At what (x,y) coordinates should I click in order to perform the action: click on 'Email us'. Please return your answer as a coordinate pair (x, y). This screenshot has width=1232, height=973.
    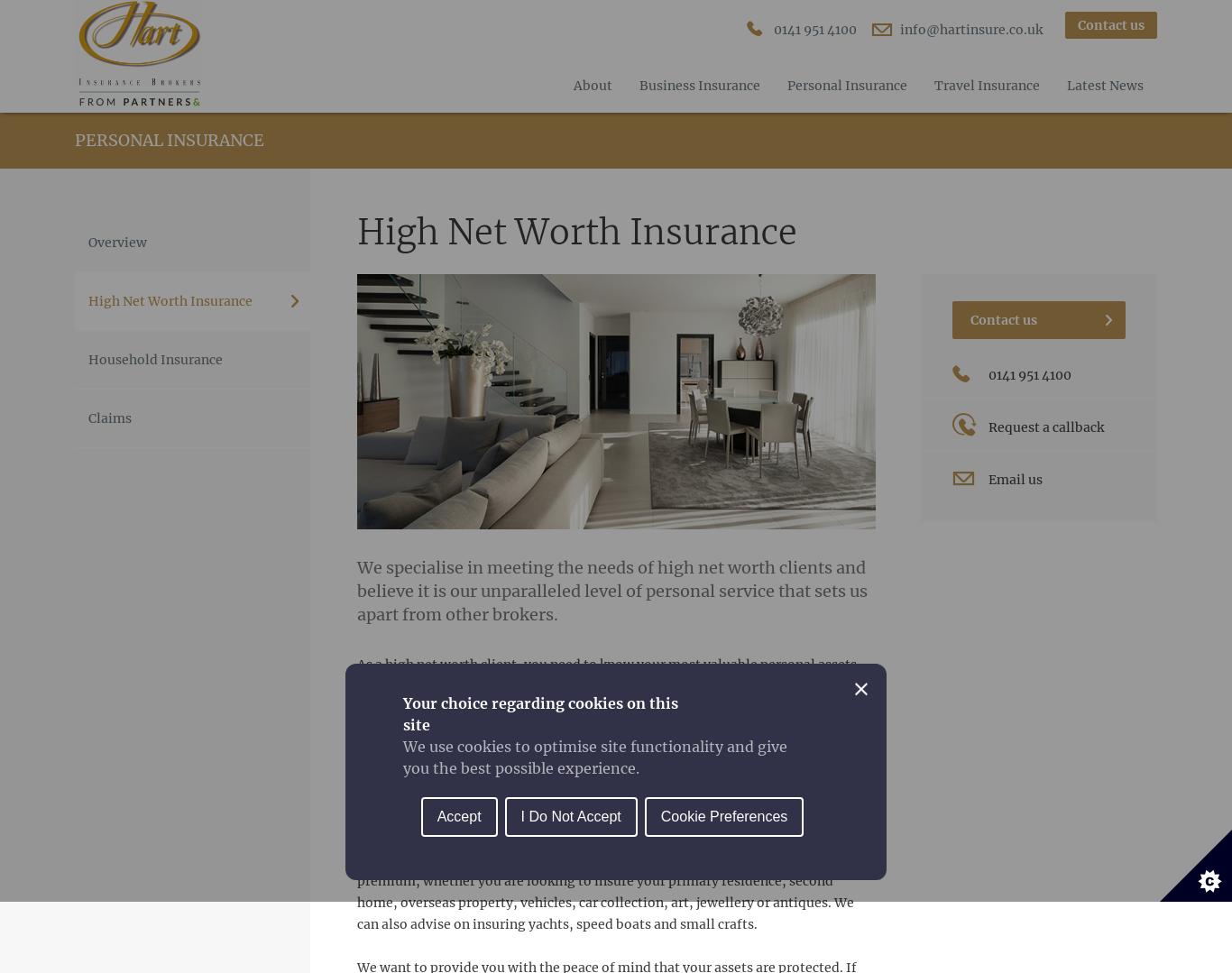
    Looking at the image, I should click on (1014, 479).